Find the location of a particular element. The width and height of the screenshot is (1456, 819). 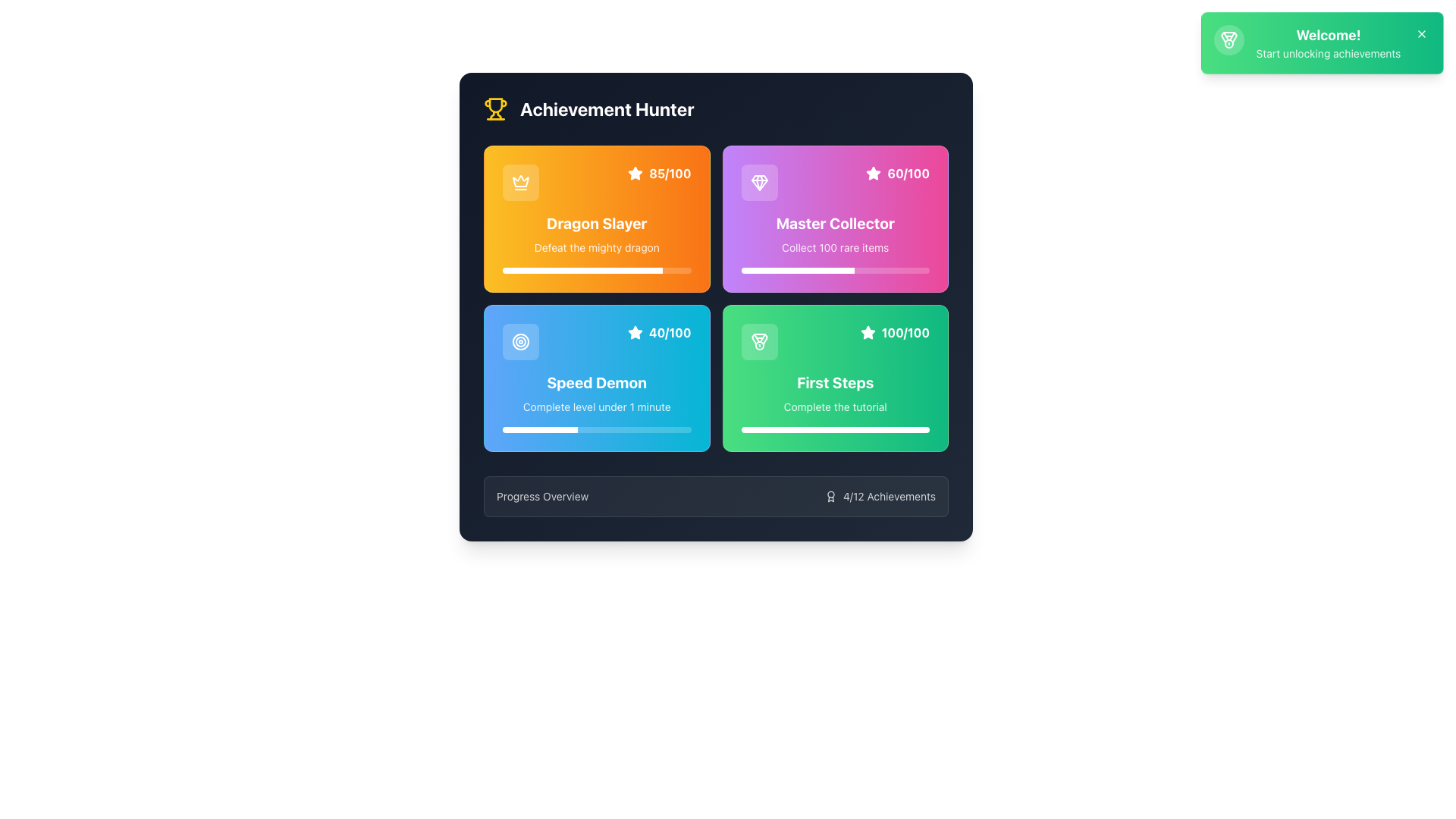

the label-like element that combines a decorative star icon and progress text, located in the top-right corner of the 'Master Collector' card in the upper-right section of a four-card grid layout is located at coordinates (898, 172).